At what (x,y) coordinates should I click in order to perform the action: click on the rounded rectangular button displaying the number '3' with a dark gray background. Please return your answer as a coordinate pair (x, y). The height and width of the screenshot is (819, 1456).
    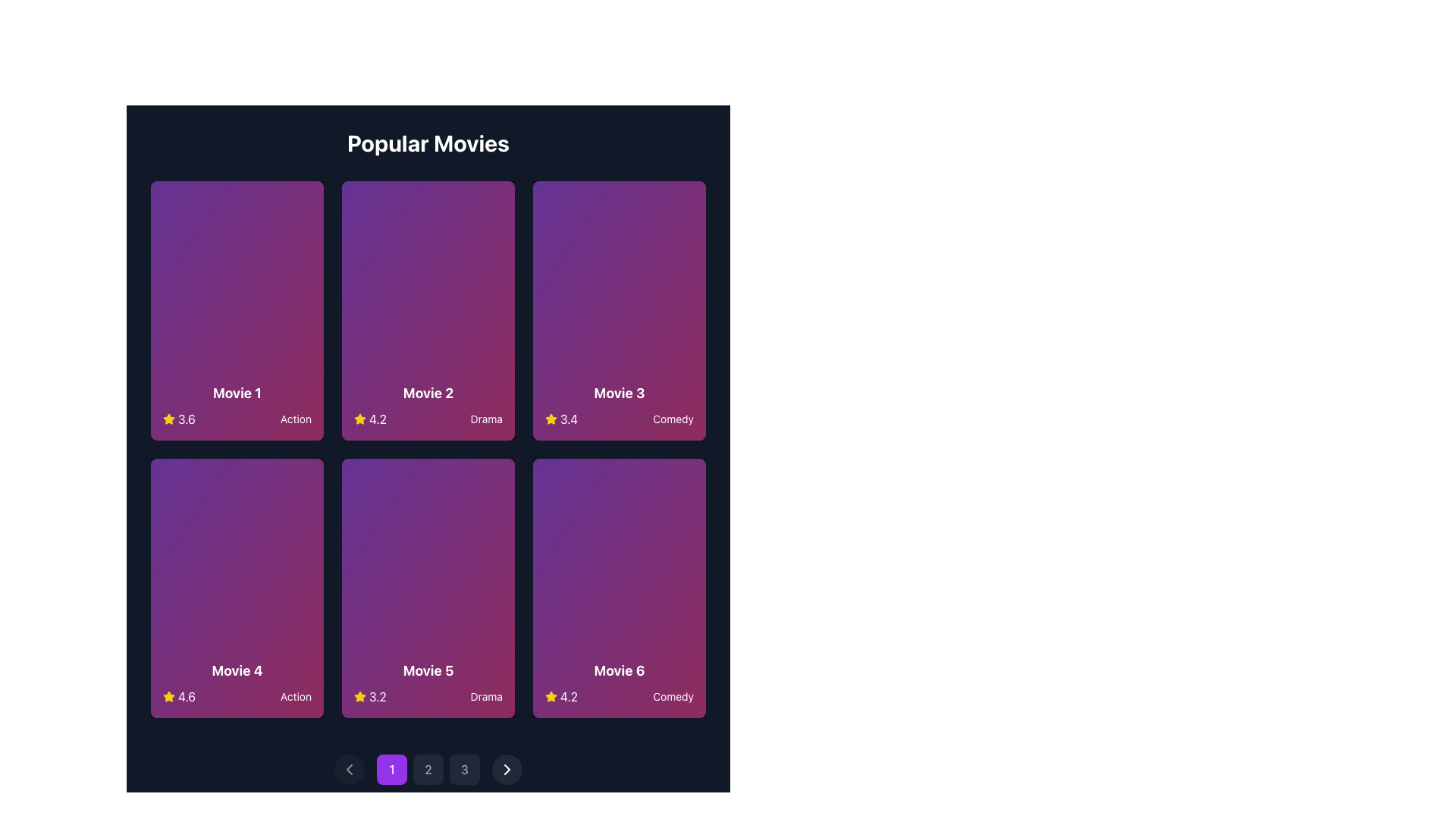
    Looking at the image, I should click on (464, 769).